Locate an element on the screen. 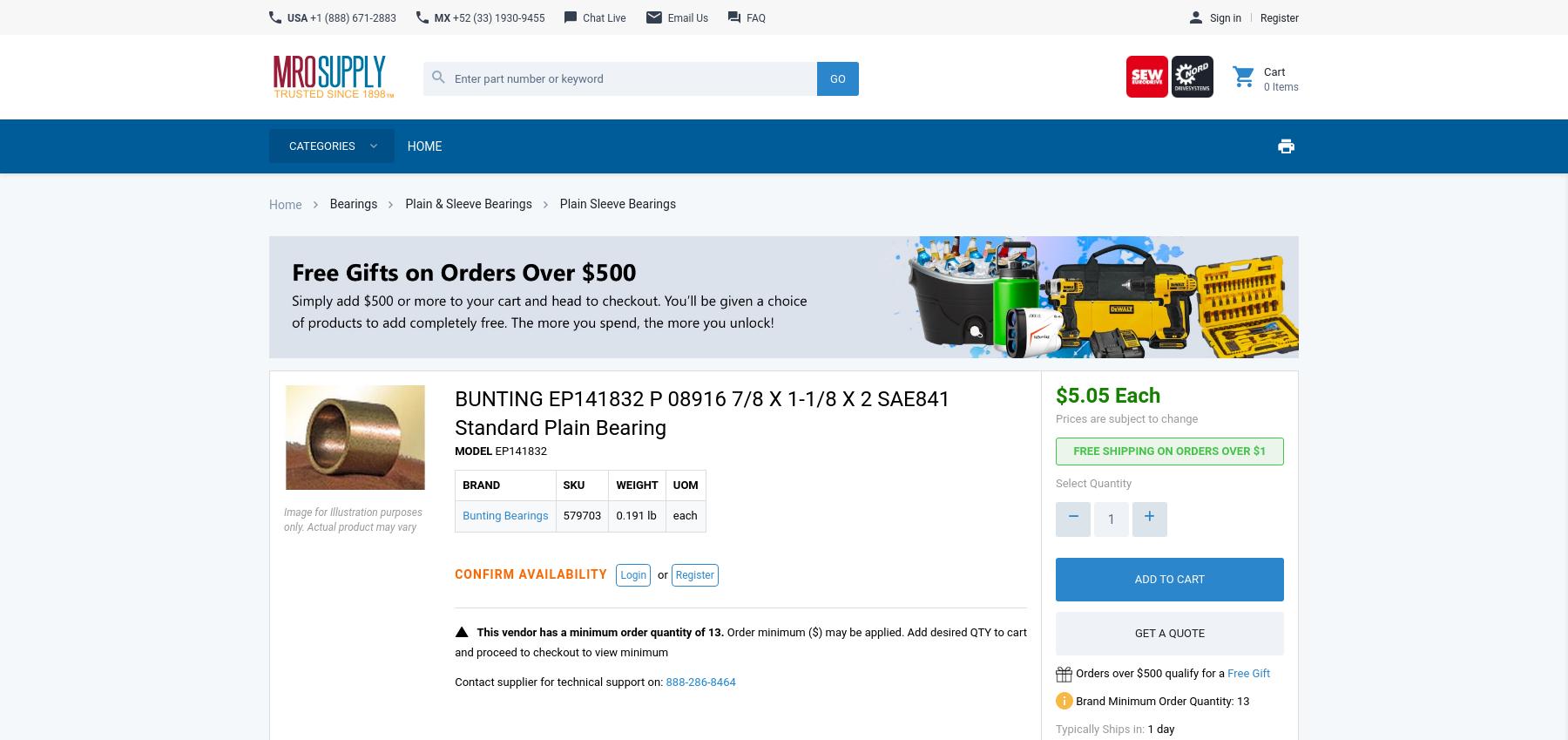 The width and height of the screenshot is (1568, 740). 'Plain Sleeve Bearings' is located at coordinates (617, 202).